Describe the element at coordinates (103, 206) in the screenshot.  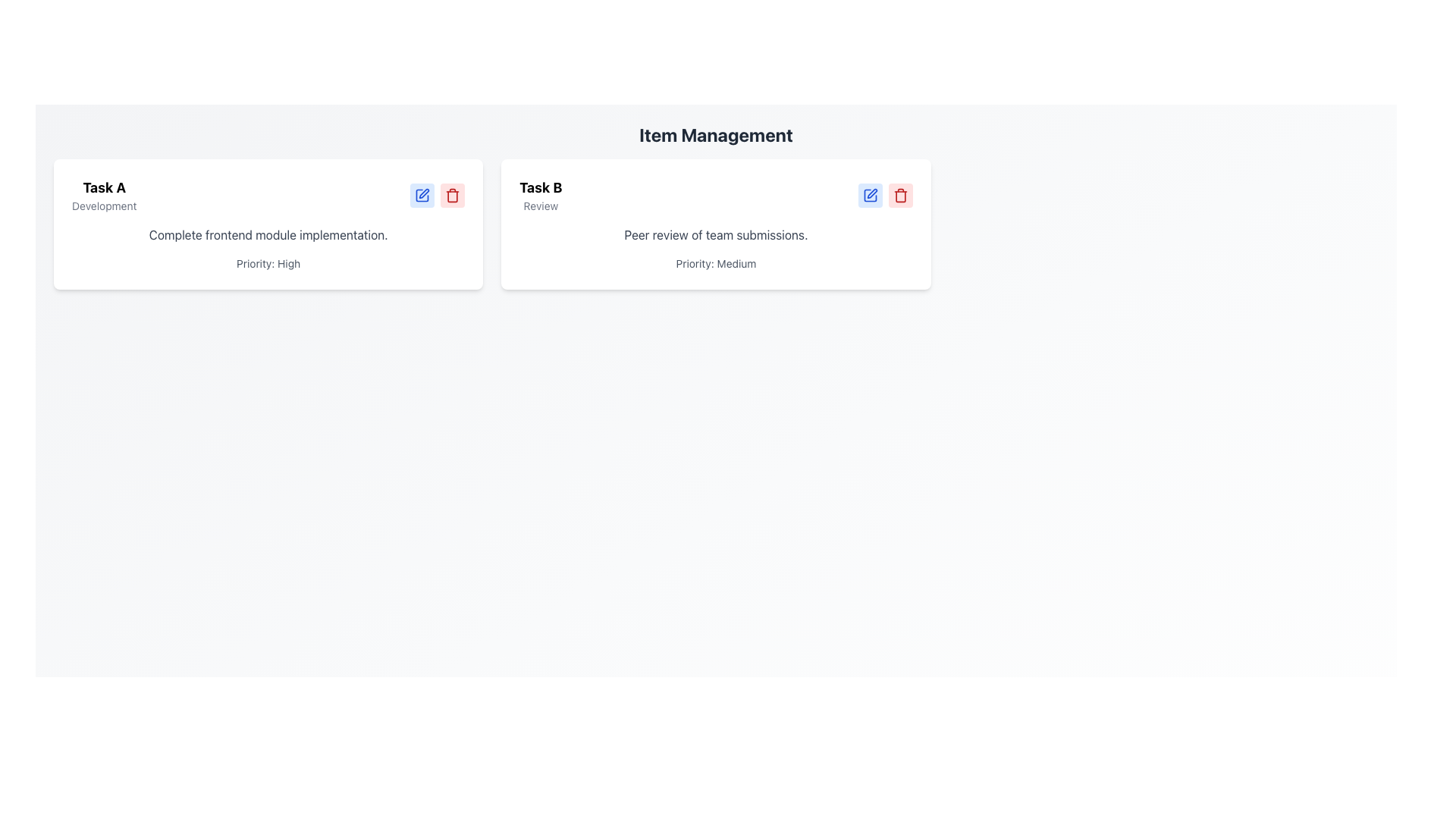
I see `the small text label containing the word 'Development', which is positioned directly below the bolded 'Task A' title in the task card` at that location.